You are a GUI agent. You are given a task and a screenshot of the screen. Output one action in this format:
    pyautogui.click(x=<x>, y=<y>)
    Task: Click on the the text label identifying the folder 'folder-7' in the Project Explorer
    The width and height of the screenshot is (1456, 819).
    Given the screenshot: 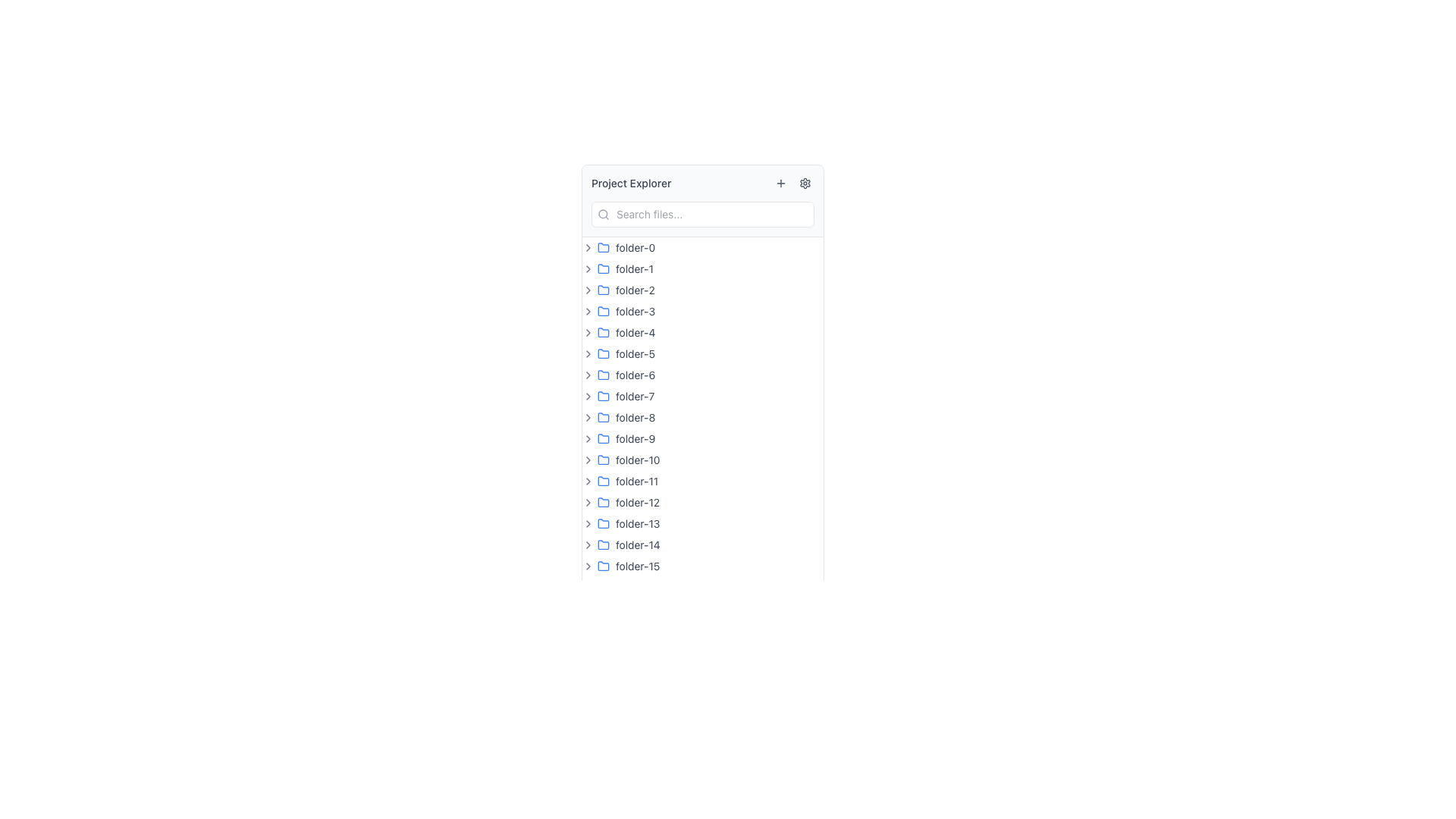 What is the action you would take?
    pyautogui.click(x=635, y=396)
    